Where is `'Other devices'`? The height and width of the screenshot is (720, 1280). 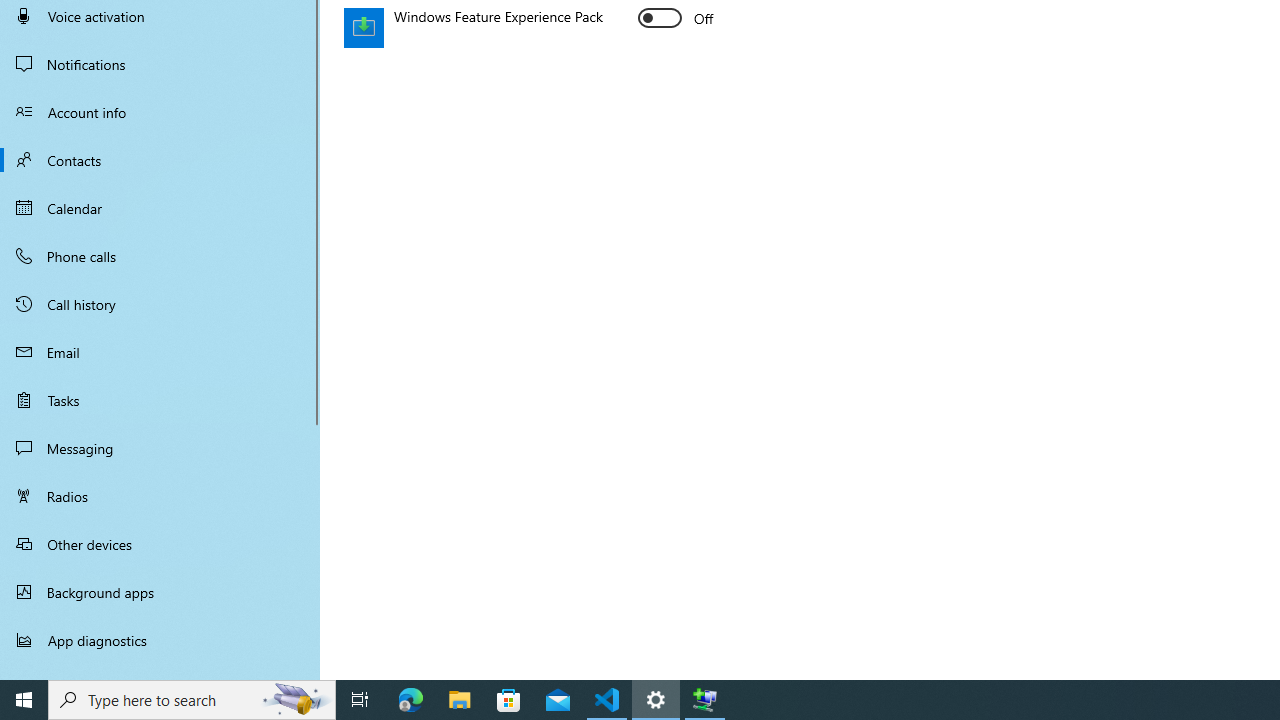 'Other devices' is located at coordinates (160, 543).